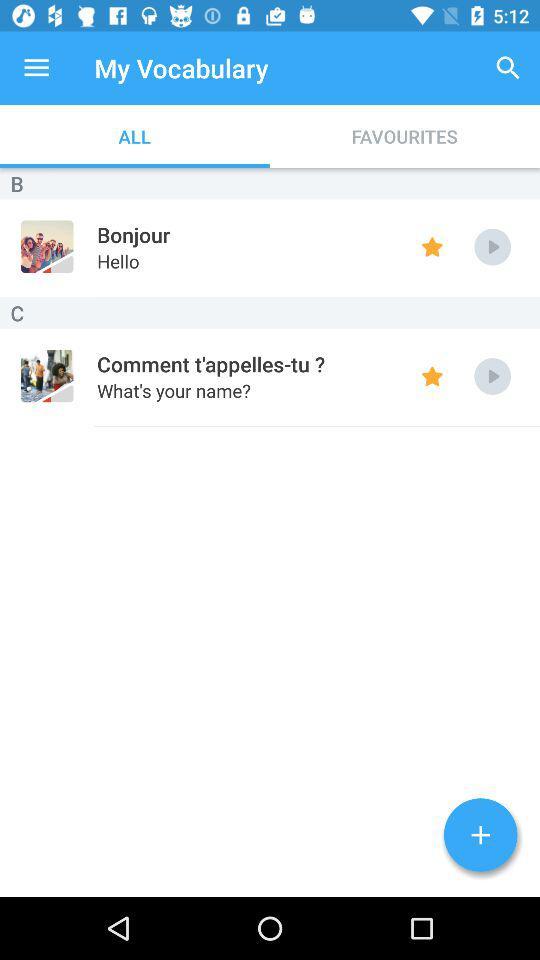 This screenshot has height=960, width=540. Describe the element at coordinates (36, 68) in the screenshot. I see `app to the left of my vocabulary icon` at that location.